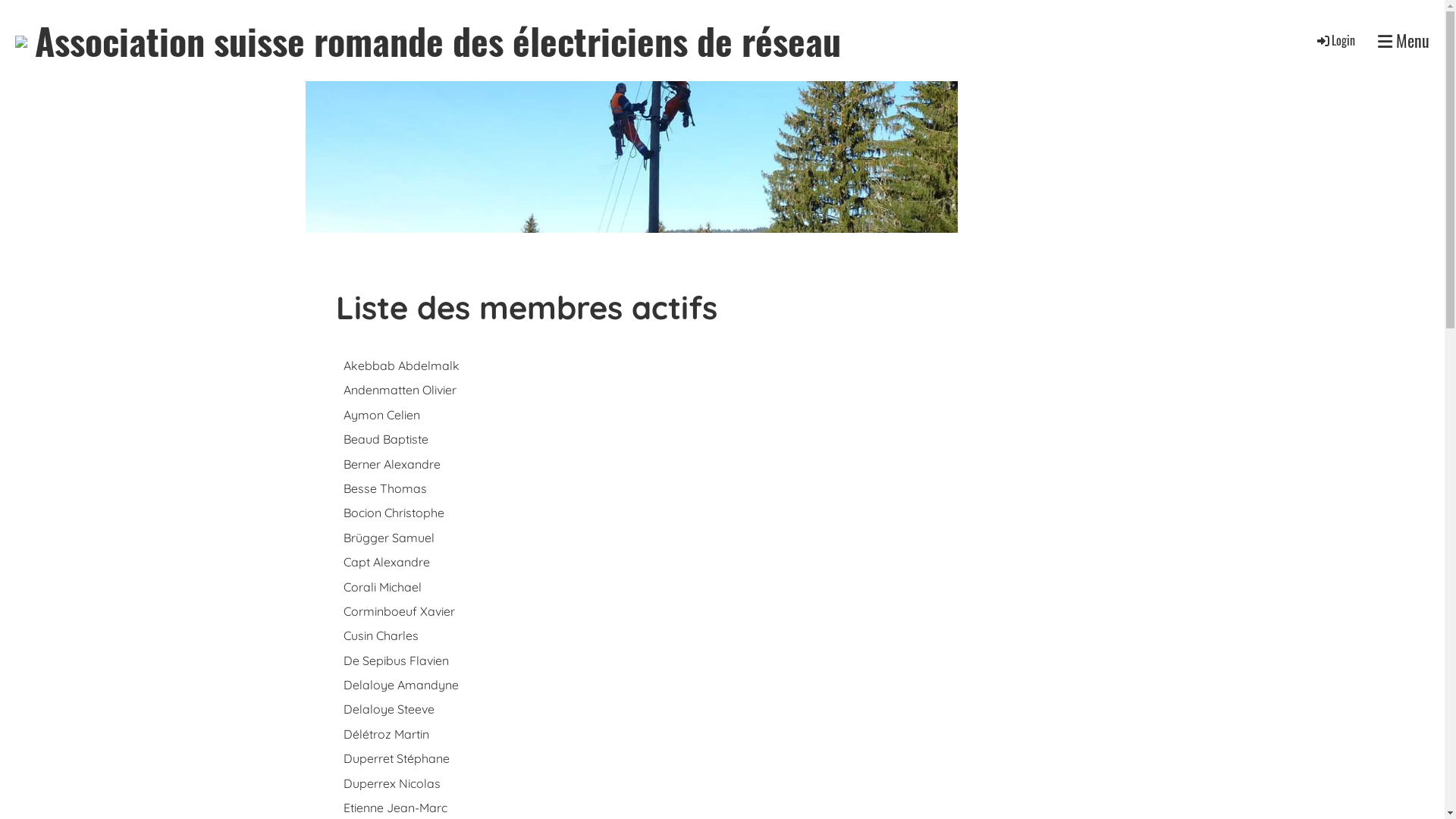 The image size is (1456, 819). I want to click on 'Menu', so click(1378, 39).